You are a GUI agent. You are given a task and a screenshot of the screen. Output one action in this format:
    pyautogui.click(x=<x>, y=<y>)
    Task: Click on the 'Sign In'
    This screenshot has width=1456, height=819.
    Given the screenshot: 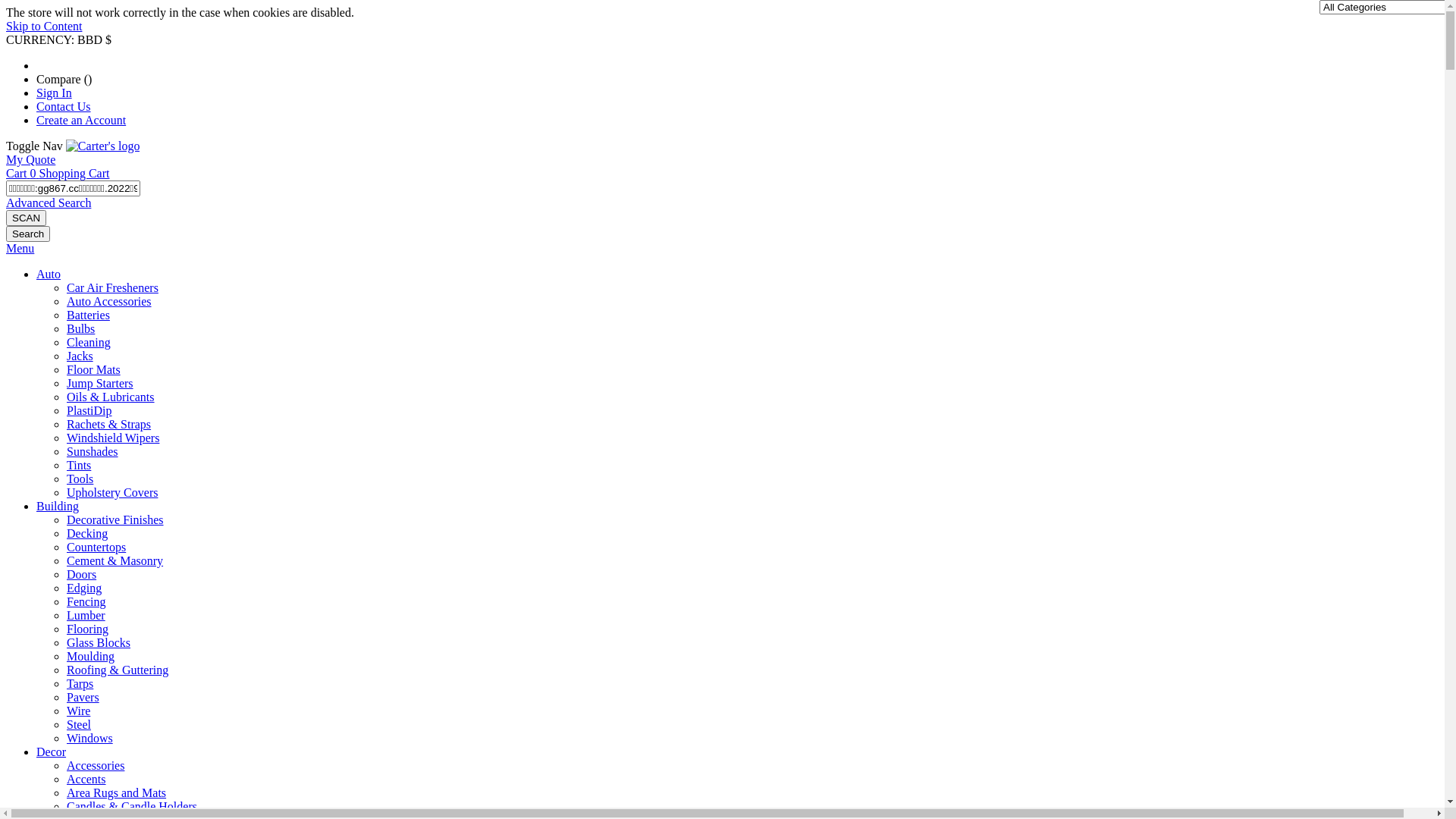 What is the action you would take?
    pyautogui.click(x=54, y=93)
    